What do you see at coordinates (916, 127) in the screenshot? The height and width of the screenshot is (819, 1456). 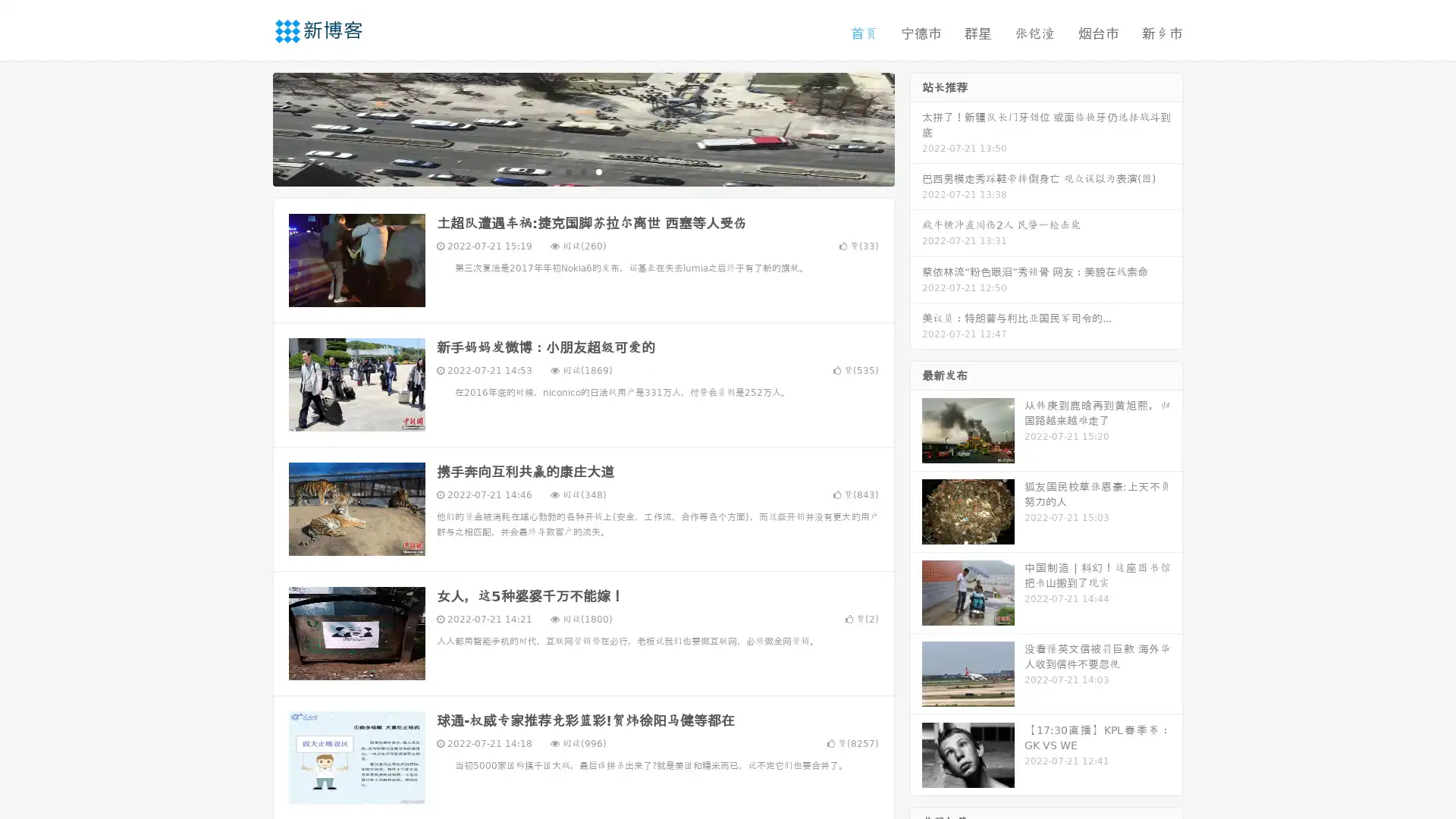 I see `Next slide` at bounding box center [916, 127].